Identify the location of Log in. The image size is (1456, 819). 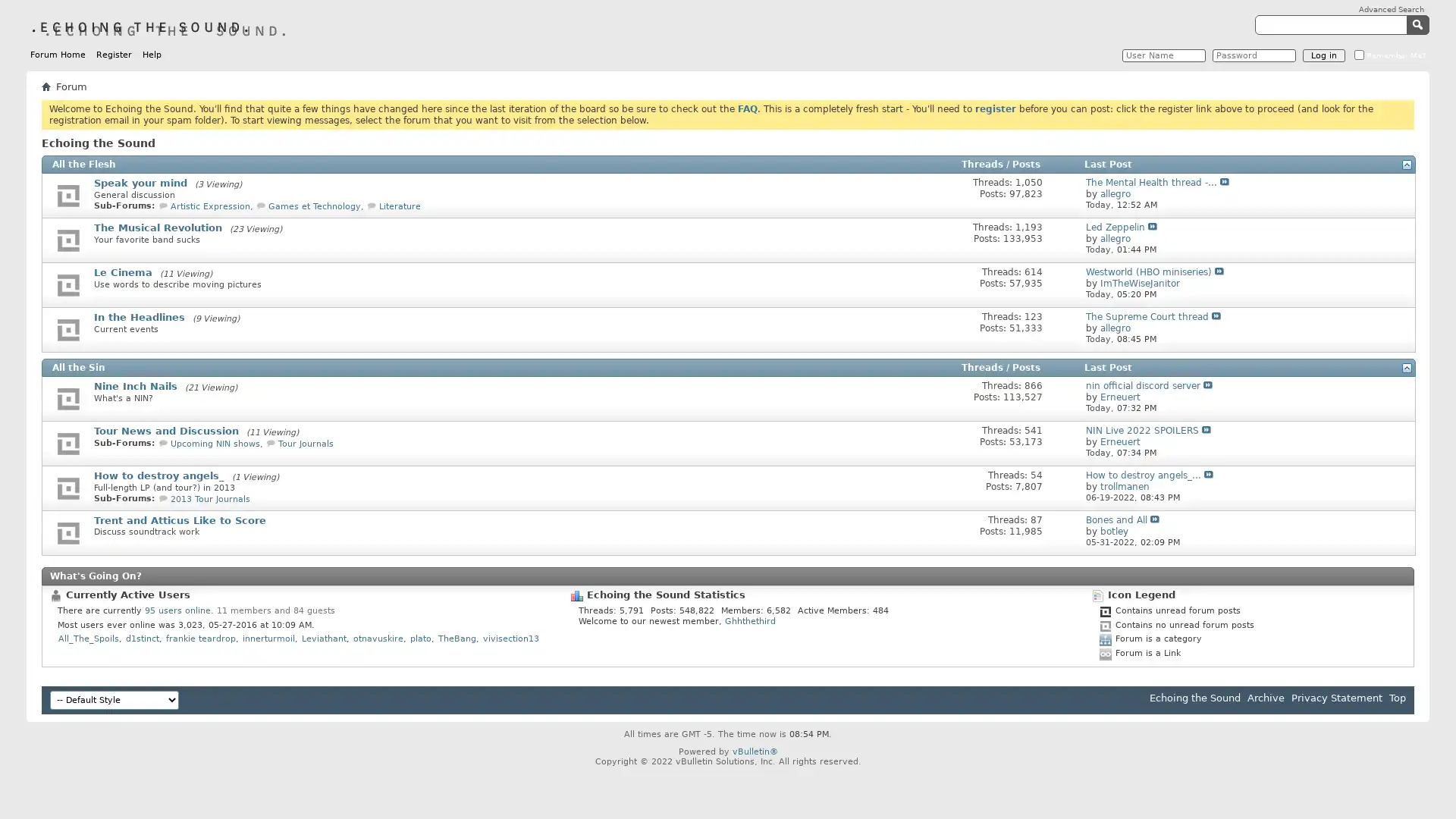
(1323, 55).